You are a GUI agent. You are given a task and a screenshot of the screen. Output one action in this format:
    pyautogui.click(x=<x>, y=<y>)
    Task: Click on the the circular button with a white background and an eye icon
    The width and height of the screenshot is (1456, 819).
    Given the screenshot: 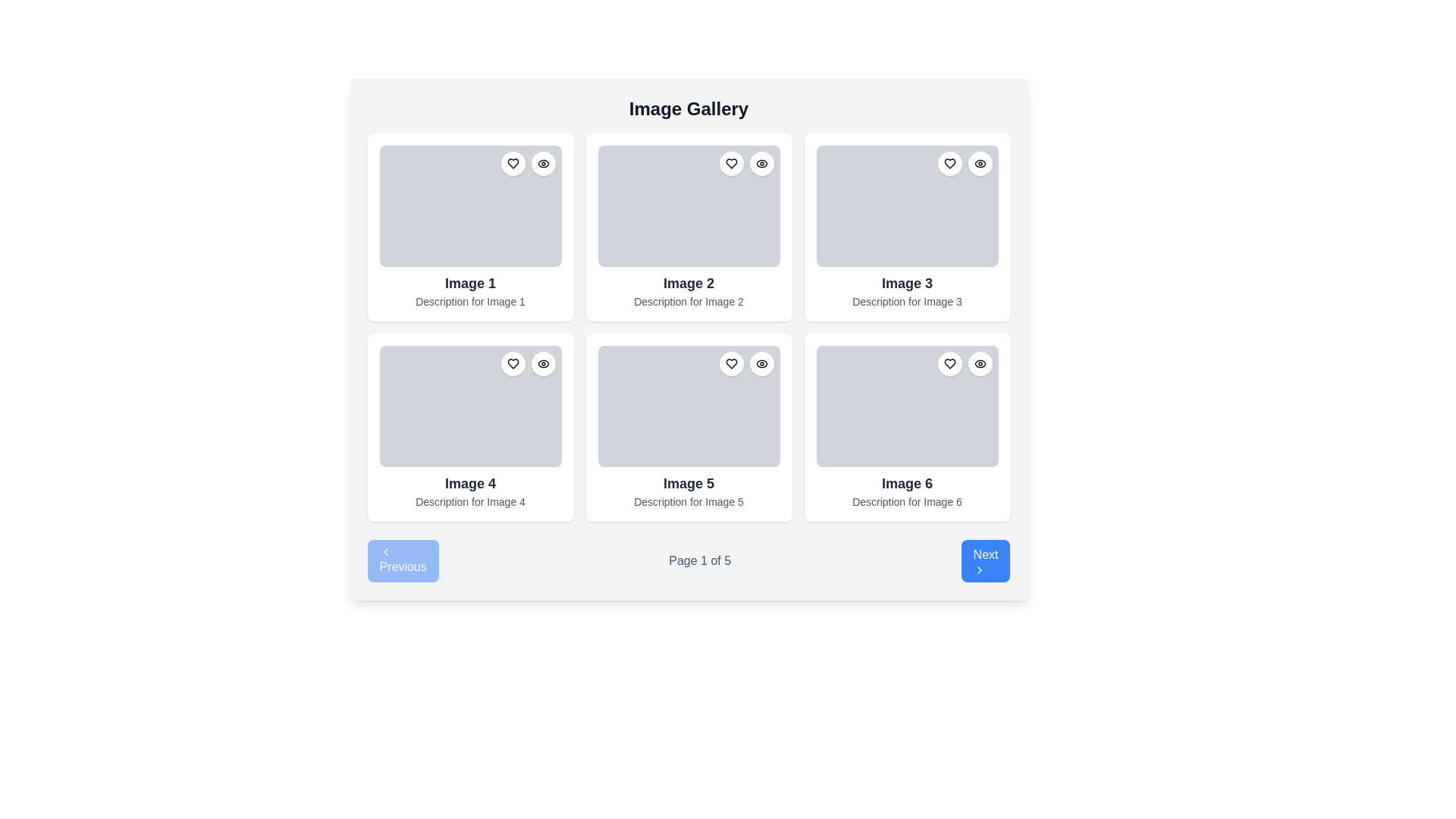 What is the action you would take?
    pyautogui.click(x=980, y=363)
    